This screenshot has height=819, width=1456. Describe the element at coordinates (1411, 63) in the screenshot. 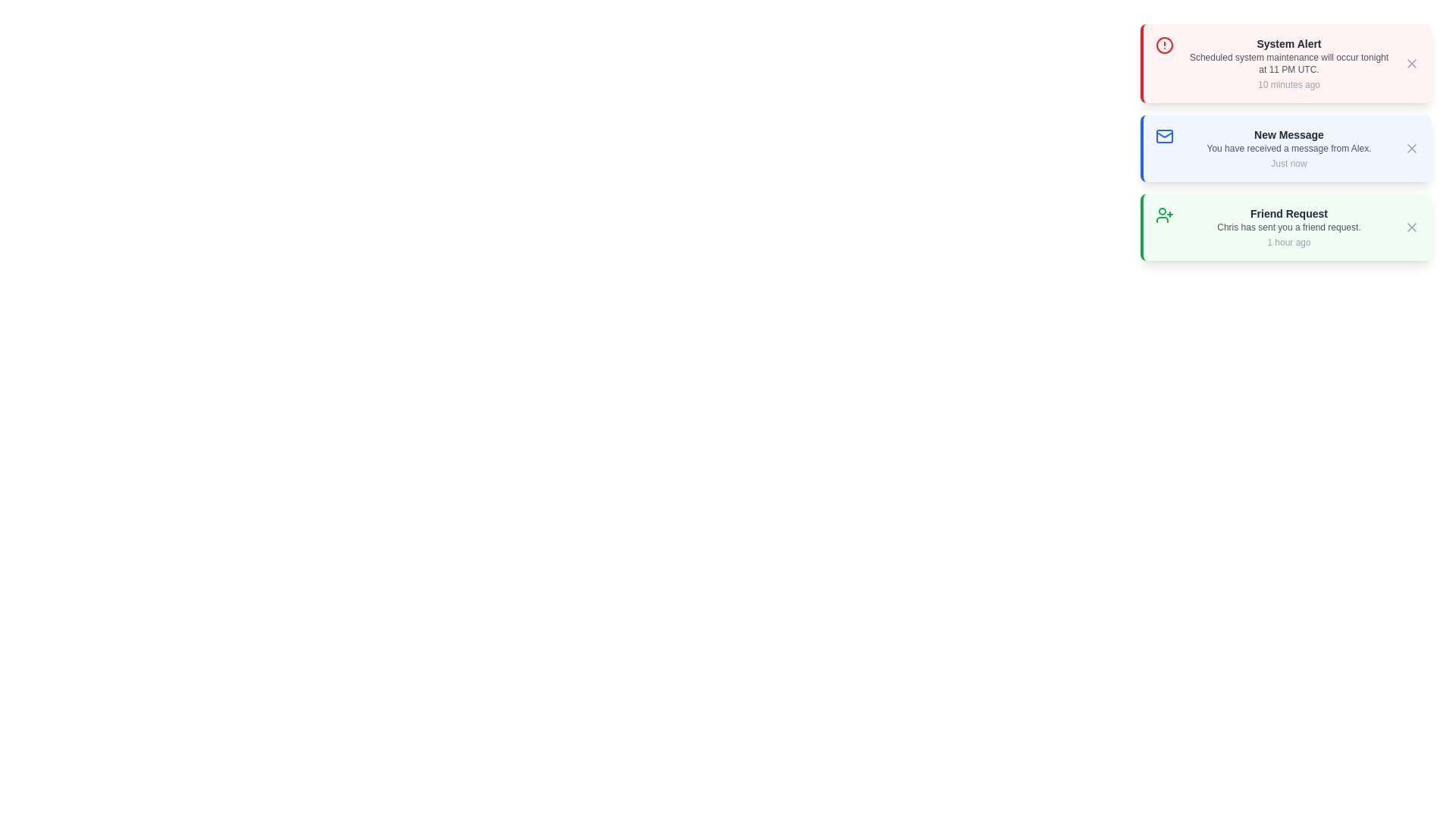

I see `the dismiss Icon button located at the top-right corner of the 'System Alert' notification for accessibility purposes` at that location.